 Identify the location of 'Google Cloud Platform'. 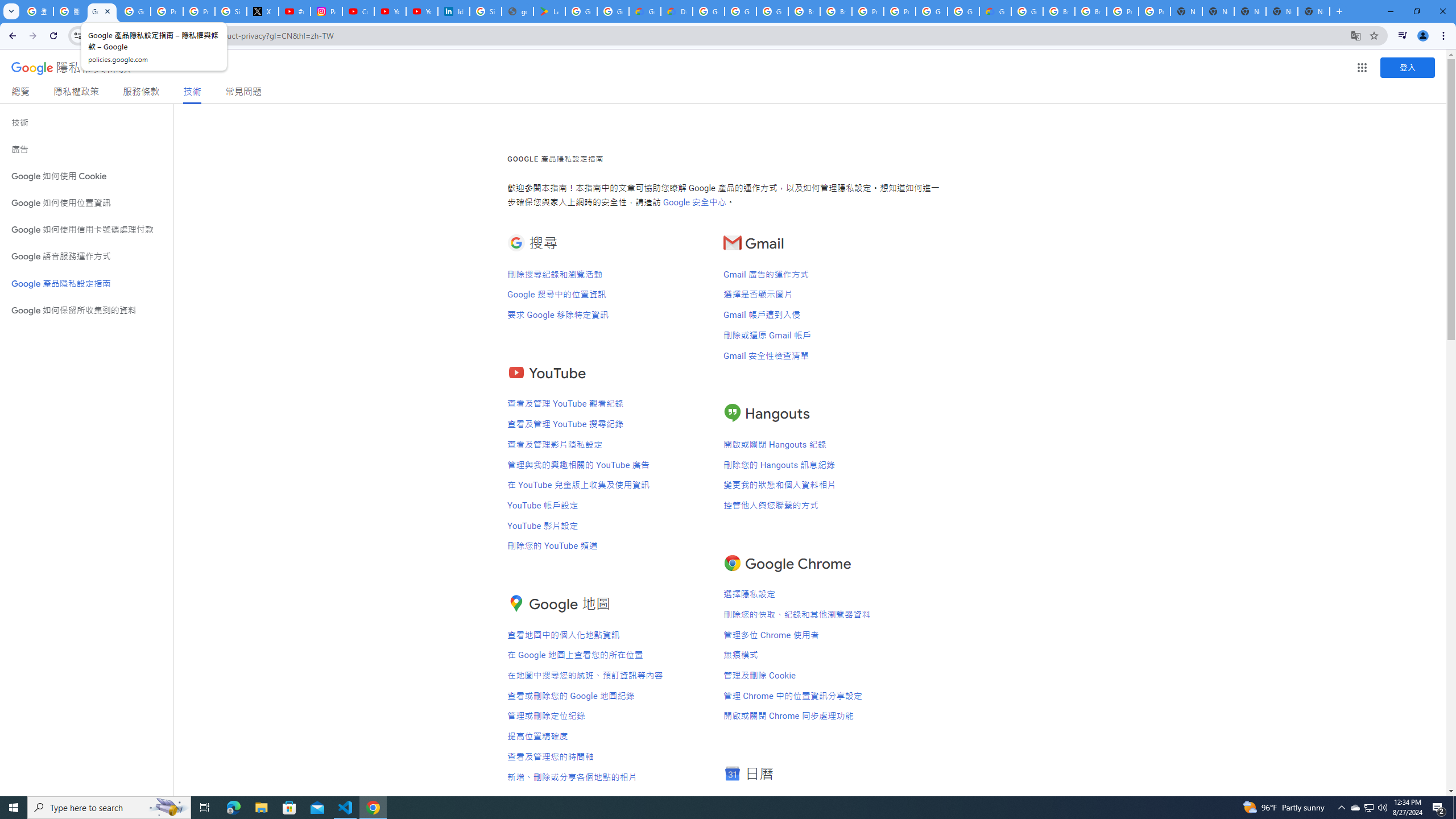
(1027, 11).